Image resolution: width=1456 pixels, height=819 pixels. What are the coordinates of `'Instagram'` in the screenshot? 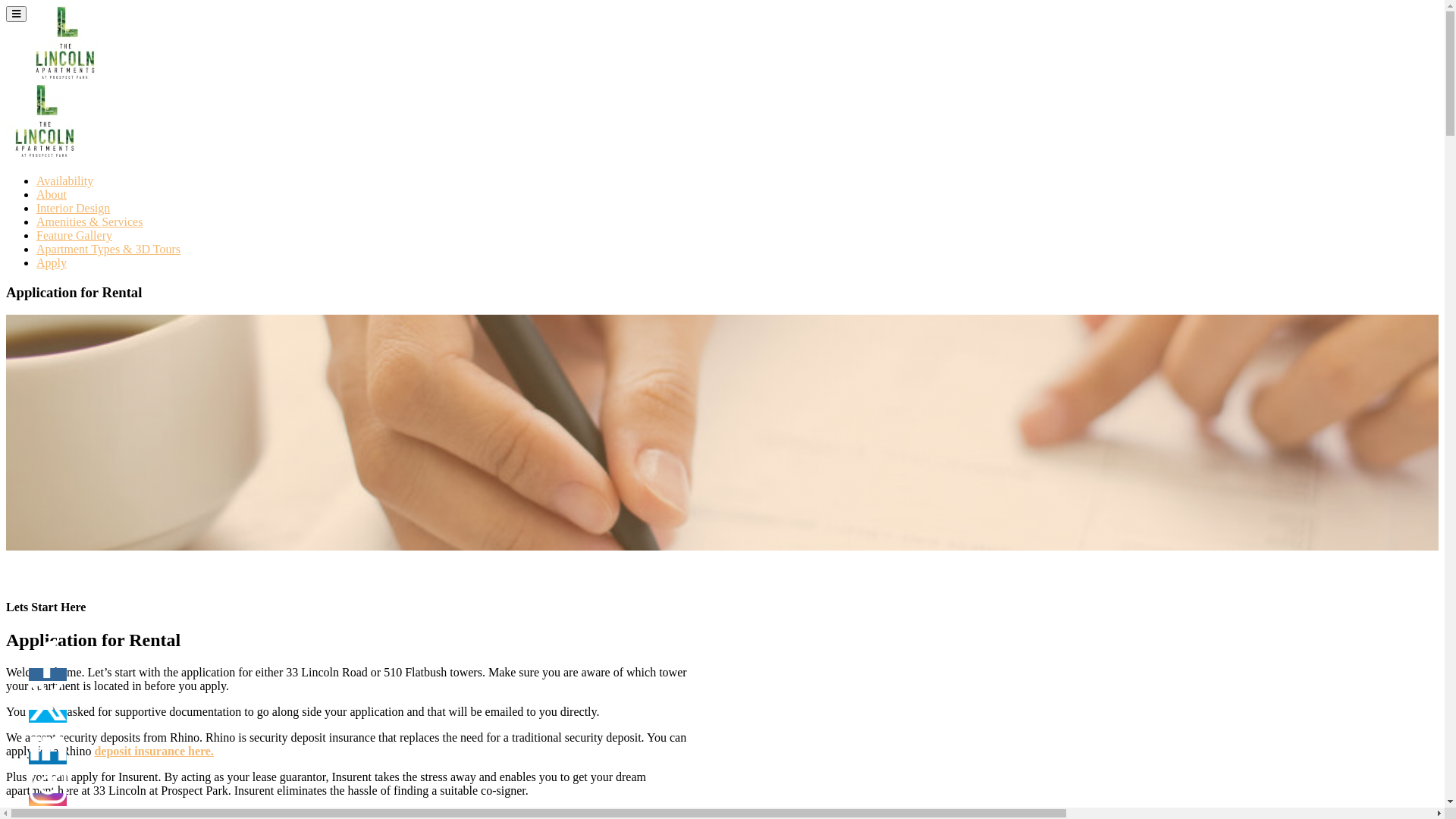 It's located at (47, 784).